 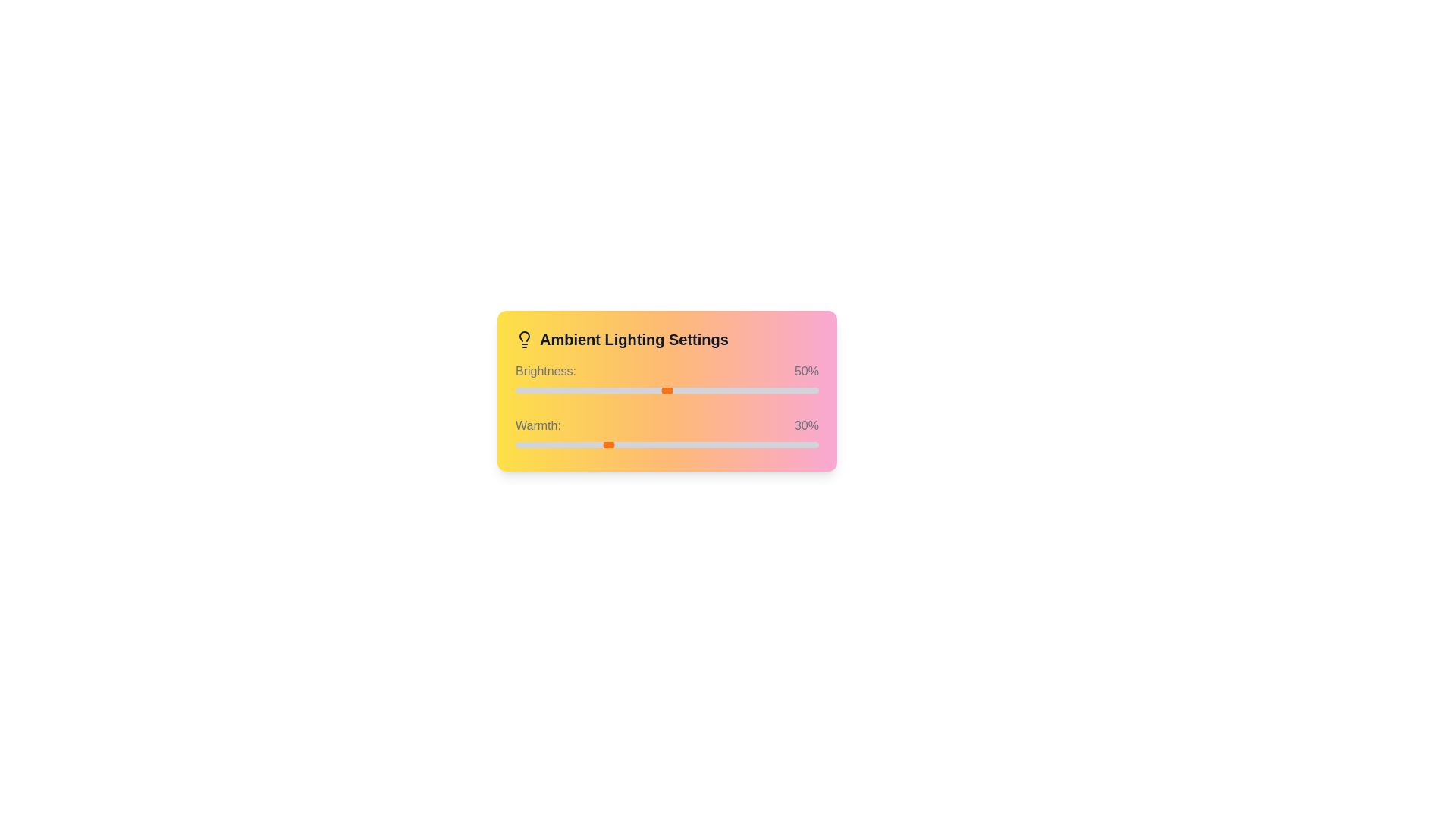 What do you see at coordinates (658, 390) in the screenshot?
I see `the brightness slider to 47%` at bounding box center [658, 390].